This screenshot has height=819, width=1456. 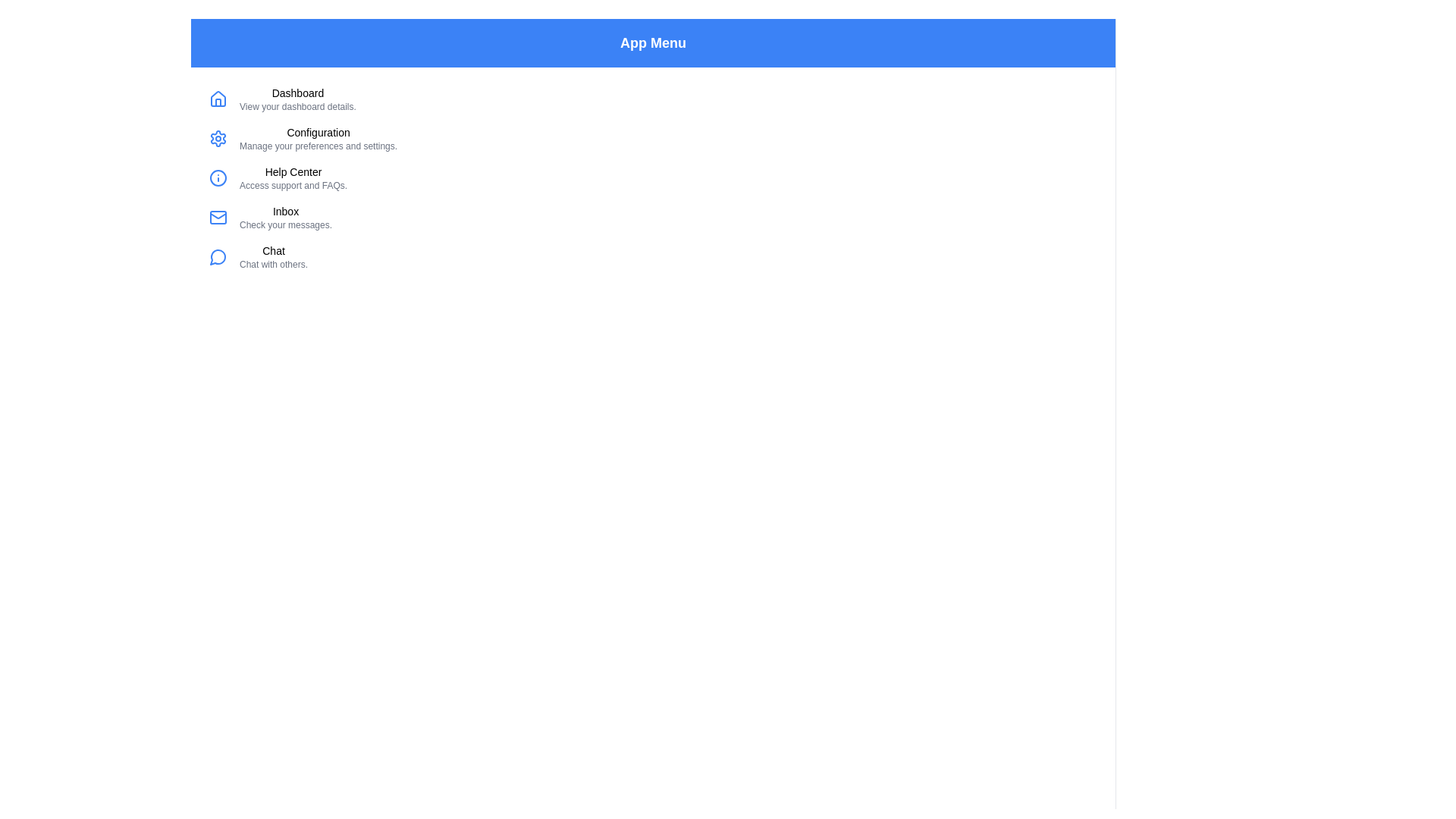 I want to click on the 'Dashboard' label, which is the first item in the vertical list of section headers, so click(x=298, y=93).